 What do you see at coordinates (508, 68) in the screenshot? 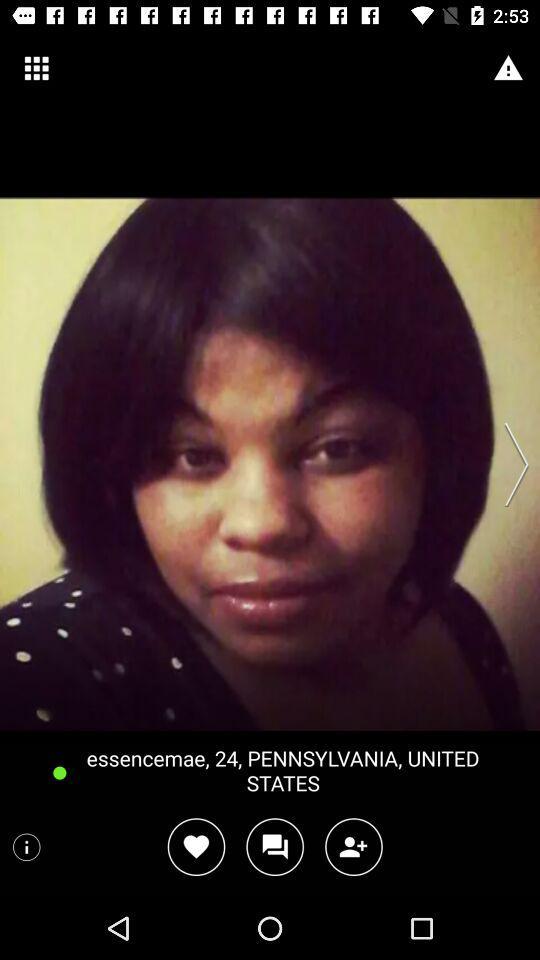
I see `the icon at the top right corner` at bounding box center [508, 68].